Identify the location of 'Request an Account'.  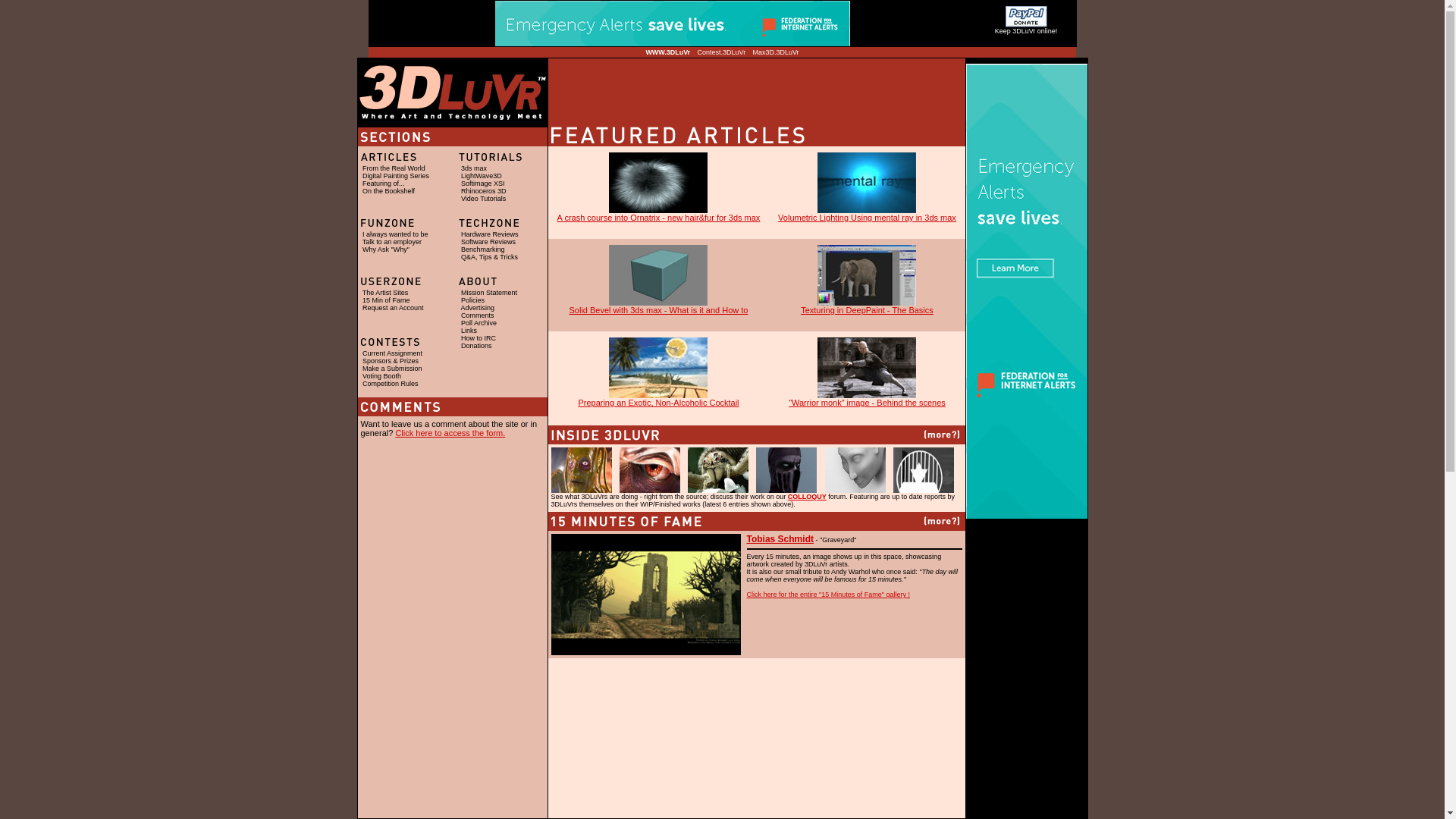
(393, 307).